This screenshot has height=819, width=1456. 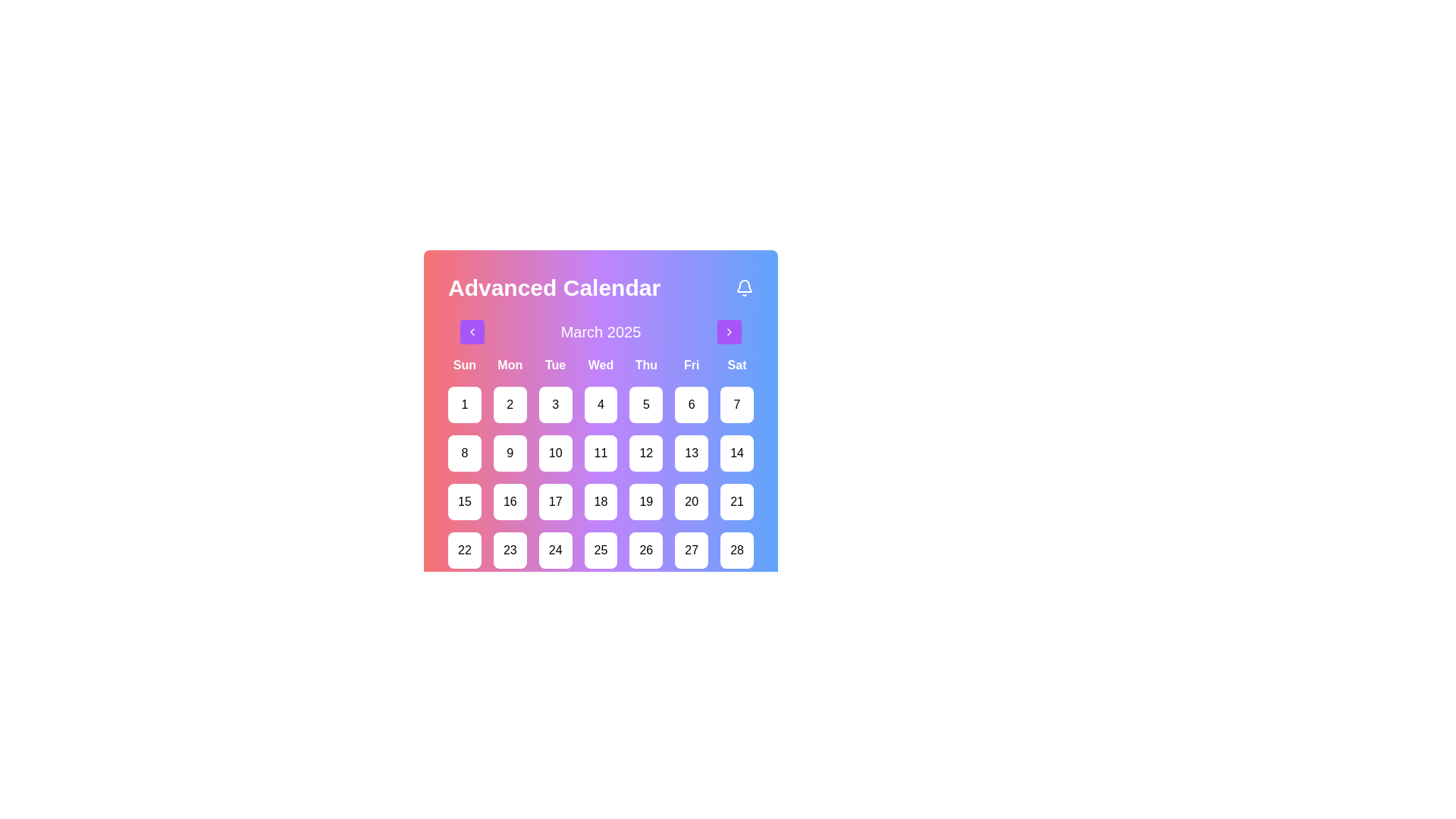 I want to click on the left-most navigation button in the title bar of the calendar interface, so click(x=472, y=331).